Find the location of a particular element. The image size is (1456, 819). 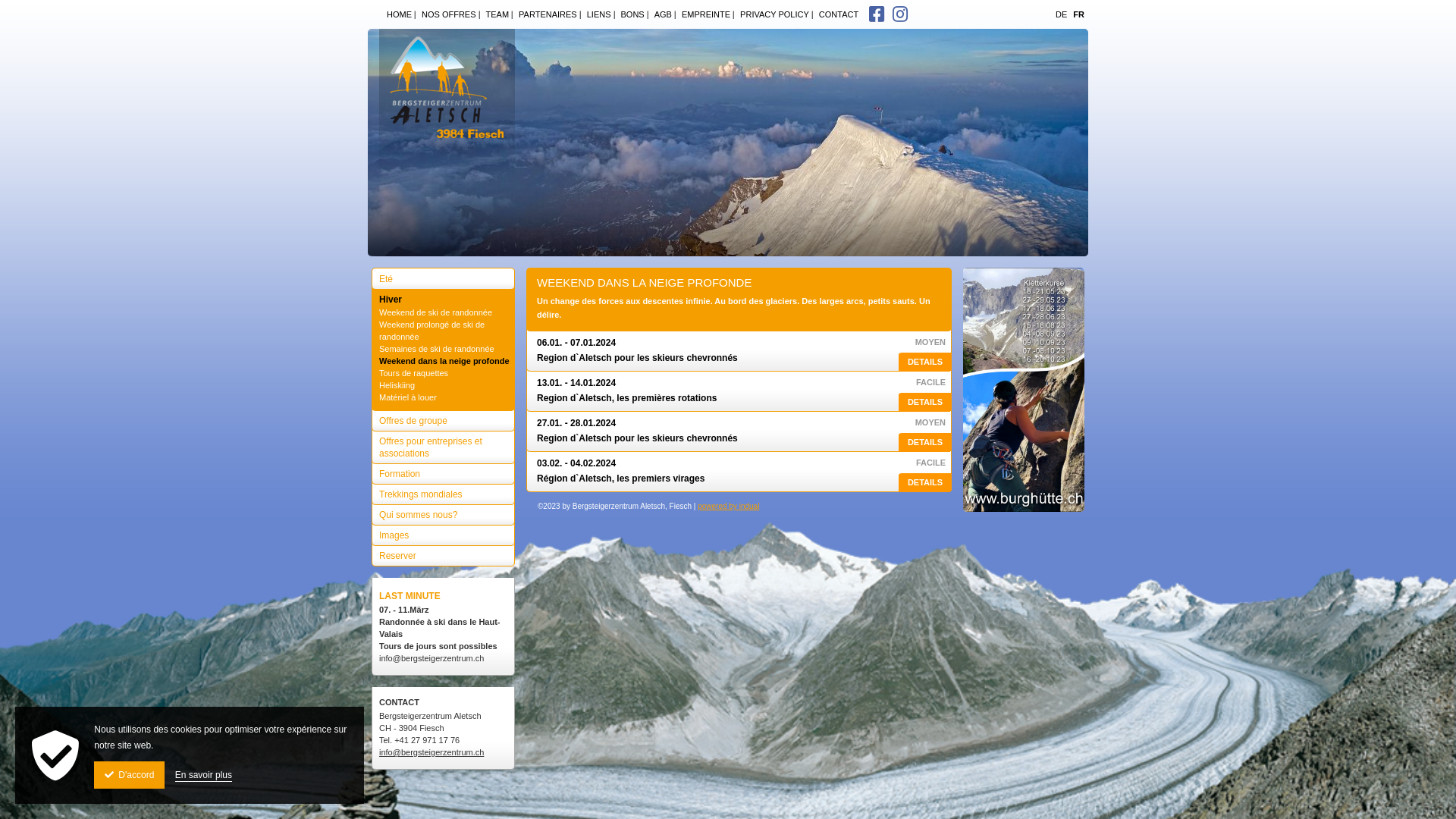

'D'accord' is located at coordinates (129, 775).